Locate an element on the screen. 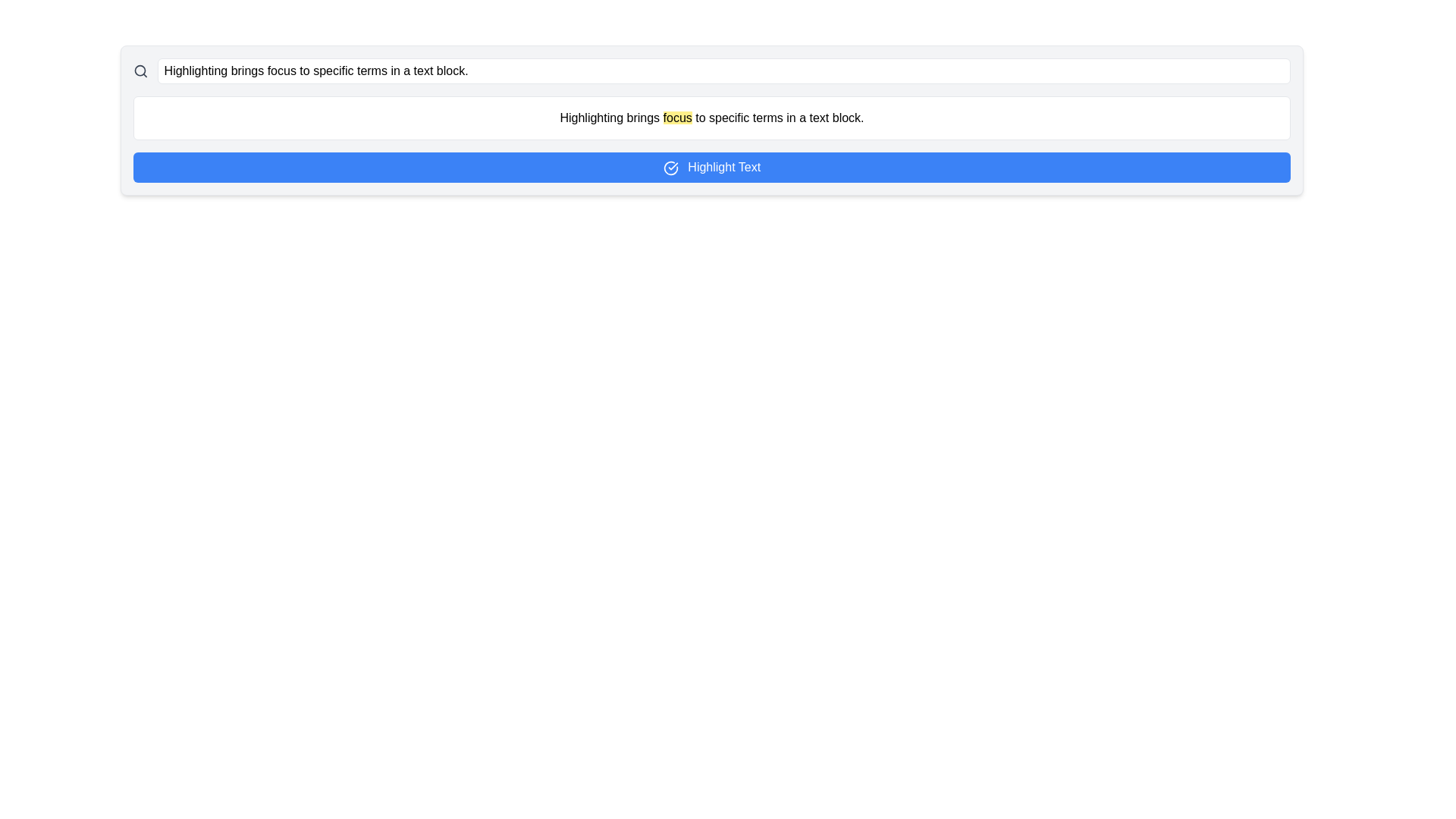 This screenshot has height=819, width=1456. highlighted text that says 'focus', which is visually distinct with a bright yellow background and black text, positioned mid-sentence in 'Highlighting brings focus to specific terms in a text block.' is located at coordinates (676, 117).